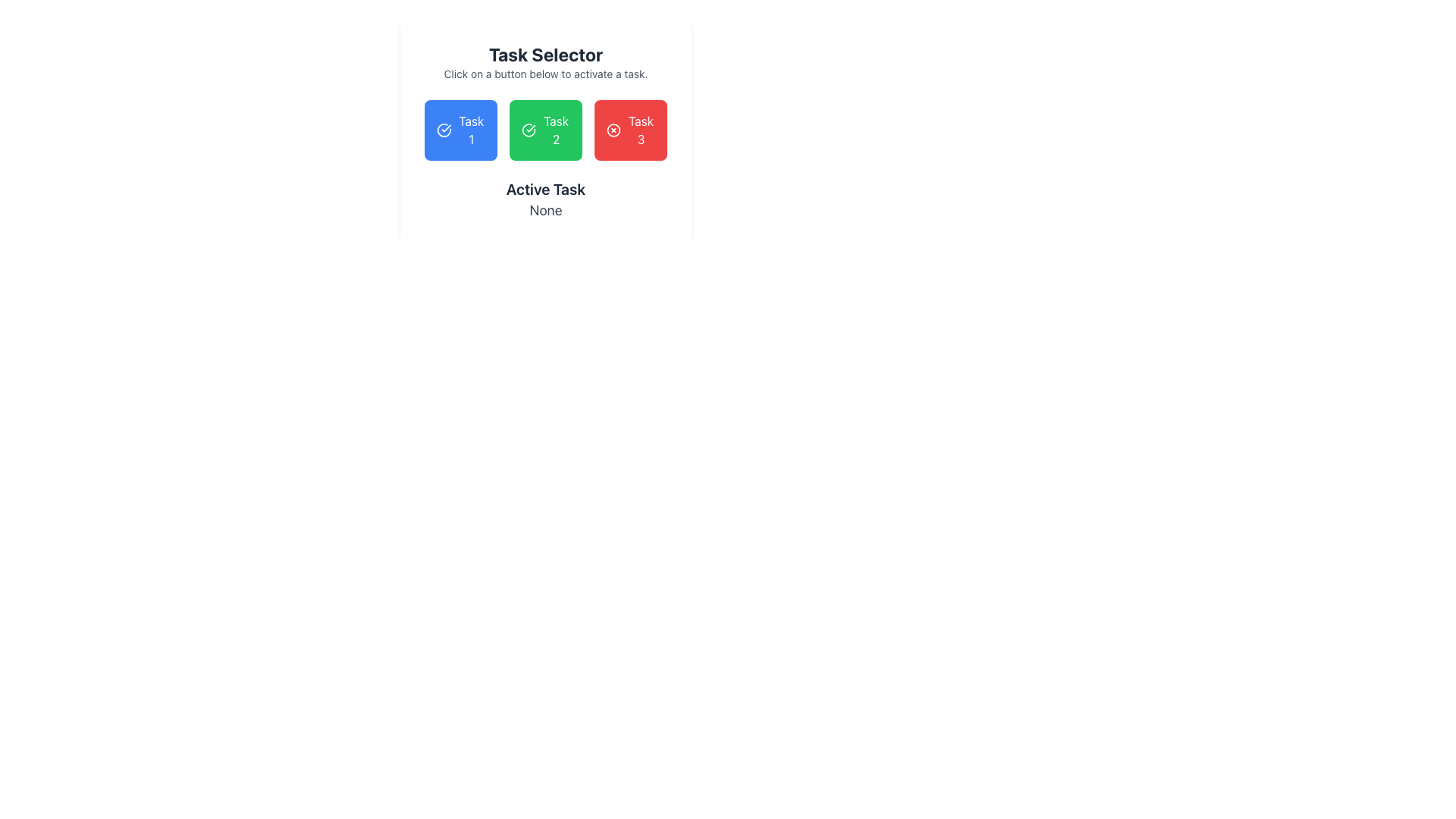 Image resolution: width=1456 pixels, height=819 pixels. I want to click on the second button labeled 'Task 2' located beneath the text 'Task Selector', so click(546, 130).